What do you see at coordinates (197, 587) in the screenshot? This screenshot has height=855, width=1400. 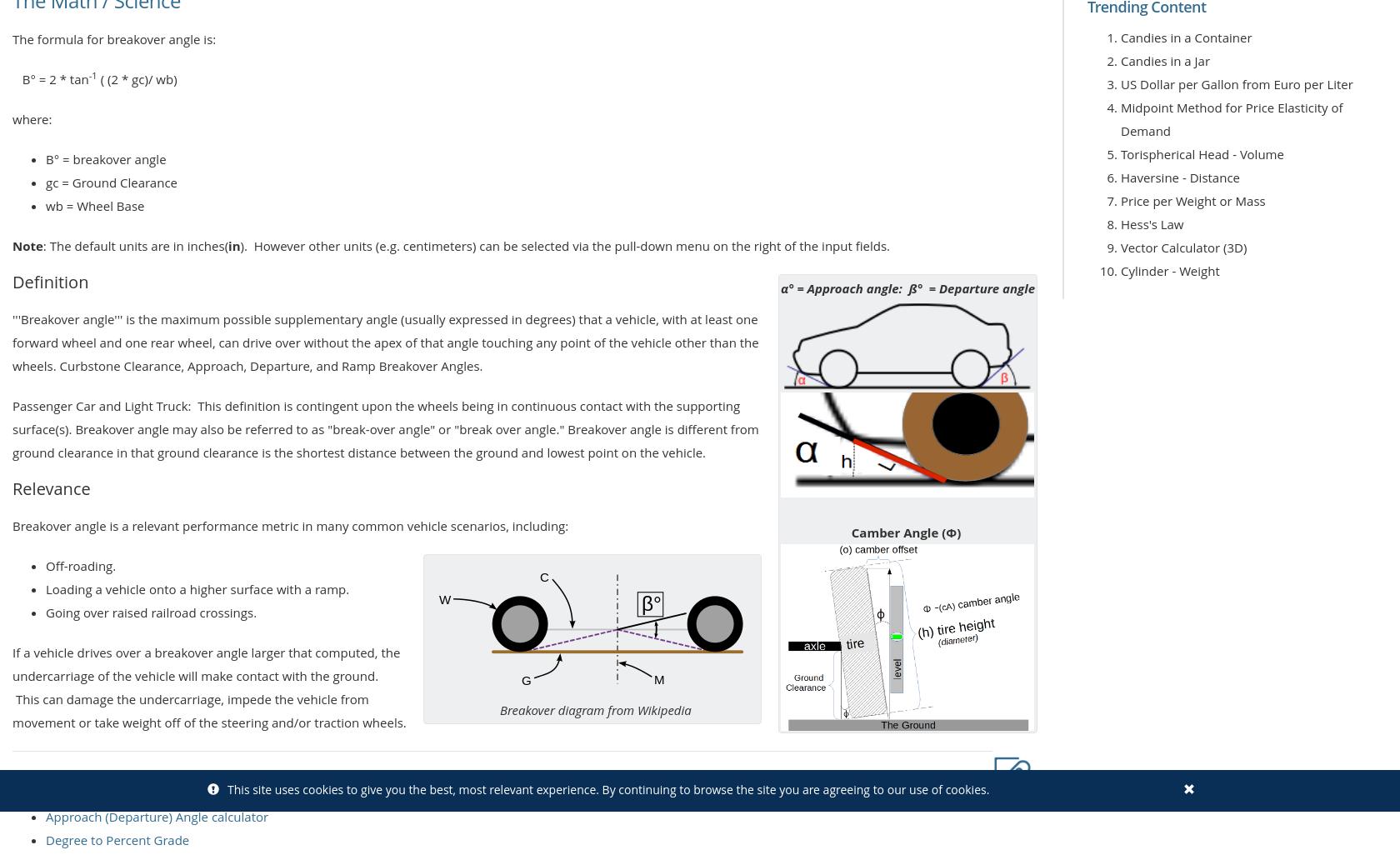 I see `'Loading a vehicle onto a higher surface with a ramp.'` at bounding box center [197, 587].